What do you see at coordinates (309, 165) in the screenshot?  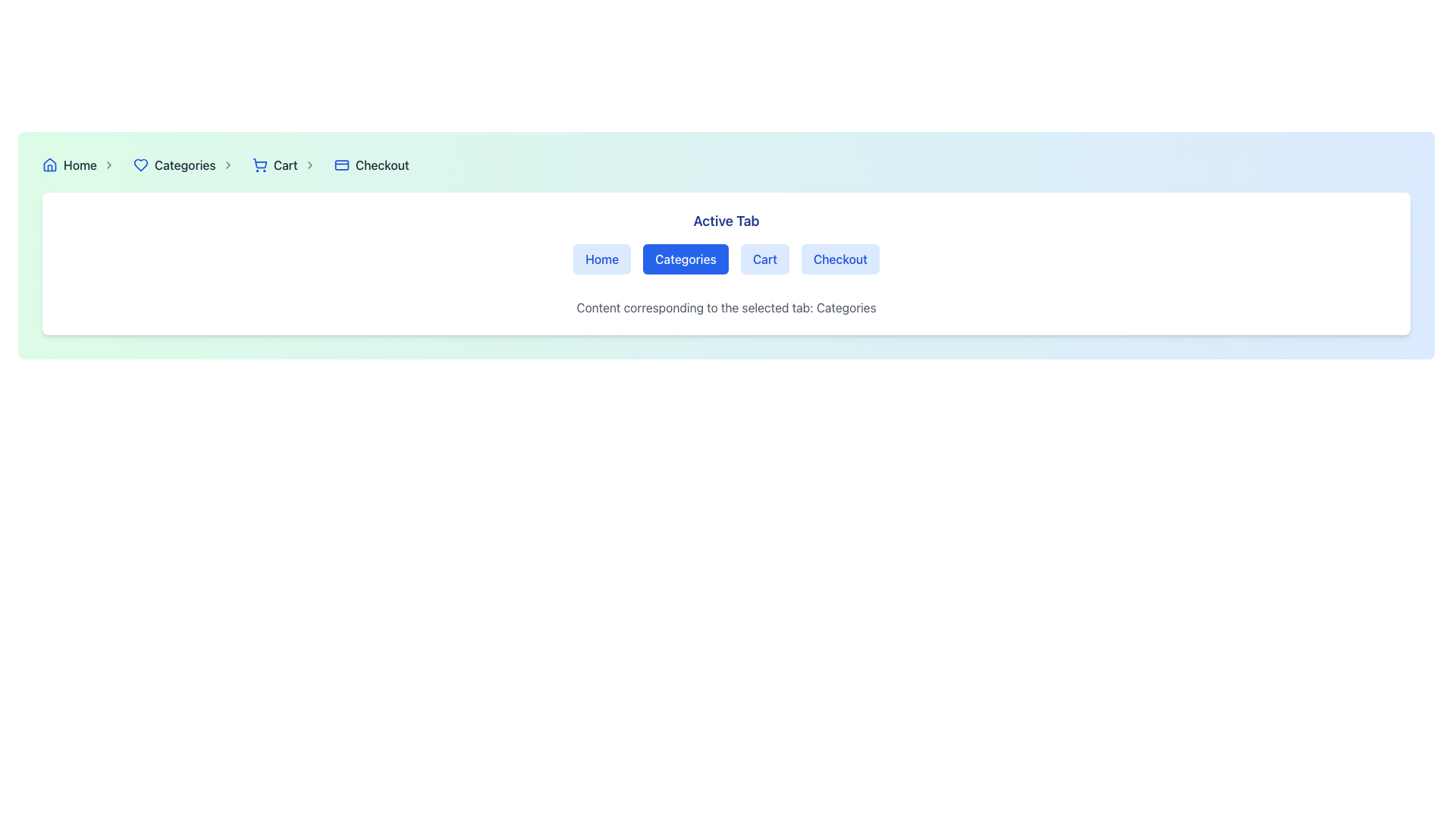 I see `the right-pointing chevron icon in the breadcrumb navigation between the 'Cart' and 'Checkout' labels` at bounding box center [309, 165].